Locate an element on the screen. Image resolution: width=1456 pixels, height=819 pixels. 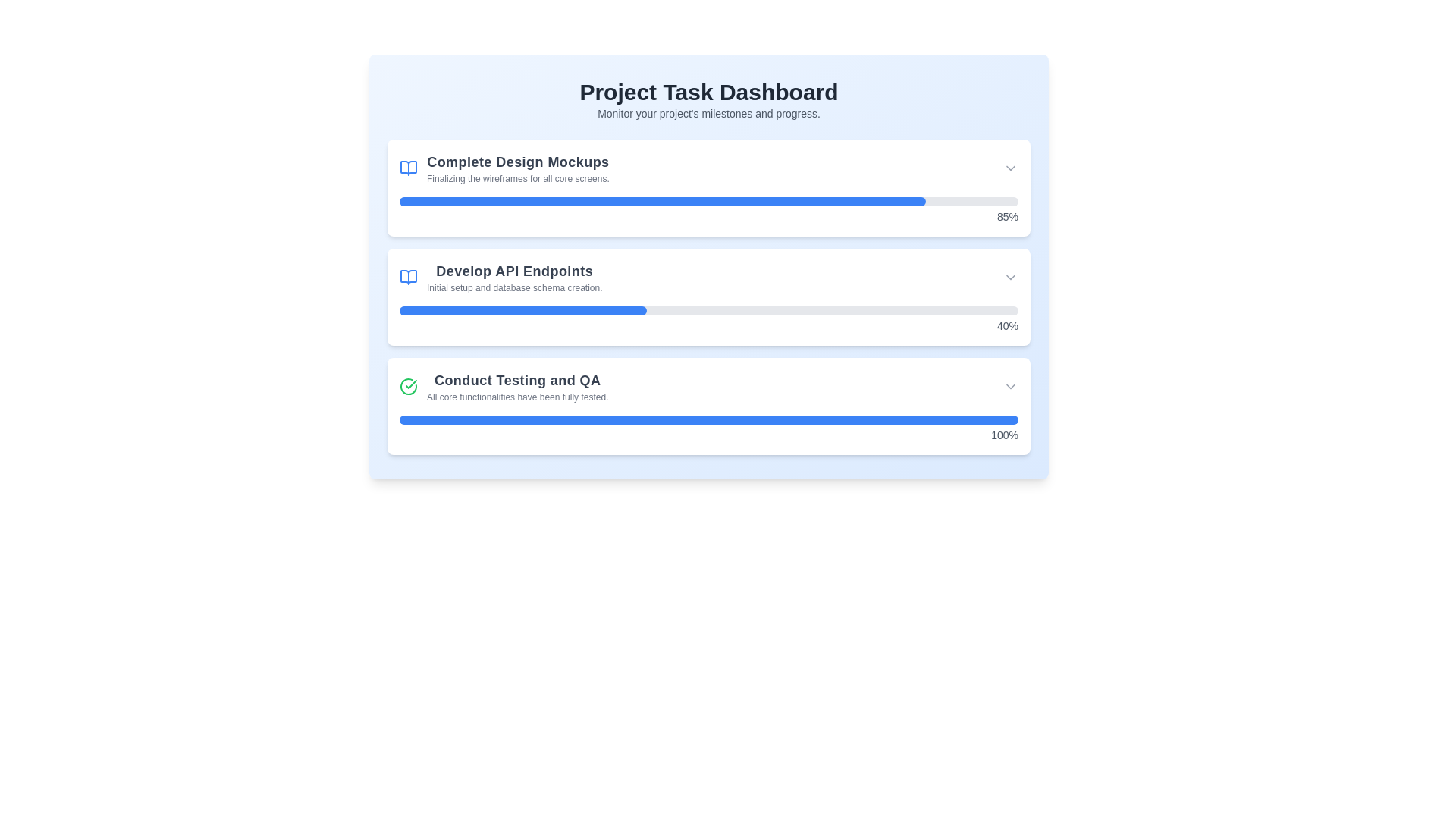
the graphical representation of the 'Develop API Endpoints' icon located at the beginning of its section, positioned directly to the left of the main title text is located at coordinates (408, 278).